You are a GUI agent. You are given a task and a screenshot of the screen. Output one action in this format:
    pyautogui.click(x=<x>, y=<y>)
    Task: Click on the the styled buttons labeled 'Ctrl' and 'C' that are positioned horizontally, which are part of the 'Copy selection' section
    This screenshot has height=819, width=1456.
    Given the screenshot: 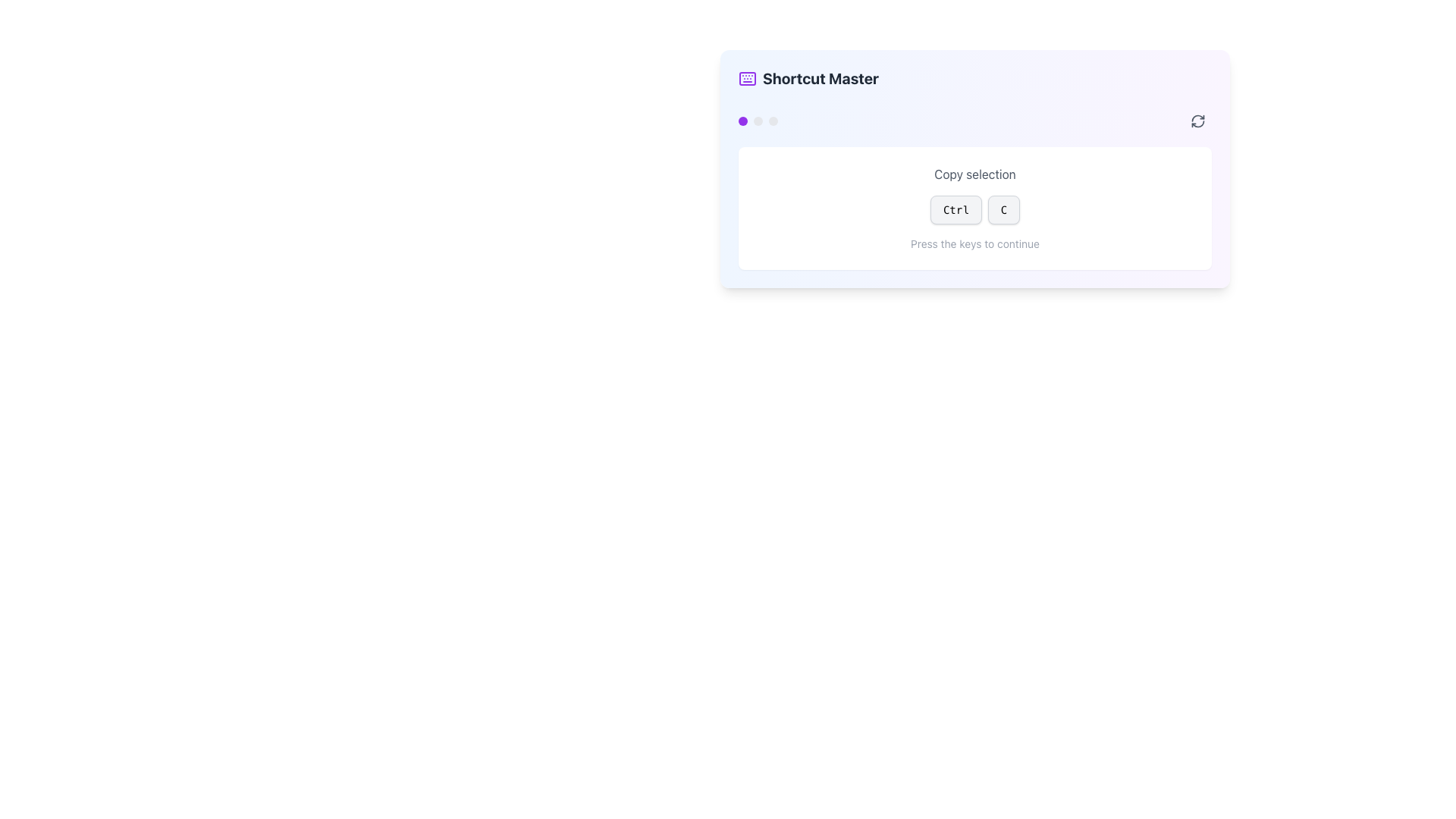 What is the action you would take?
    pyautogui.click(x=975, y=210)
    